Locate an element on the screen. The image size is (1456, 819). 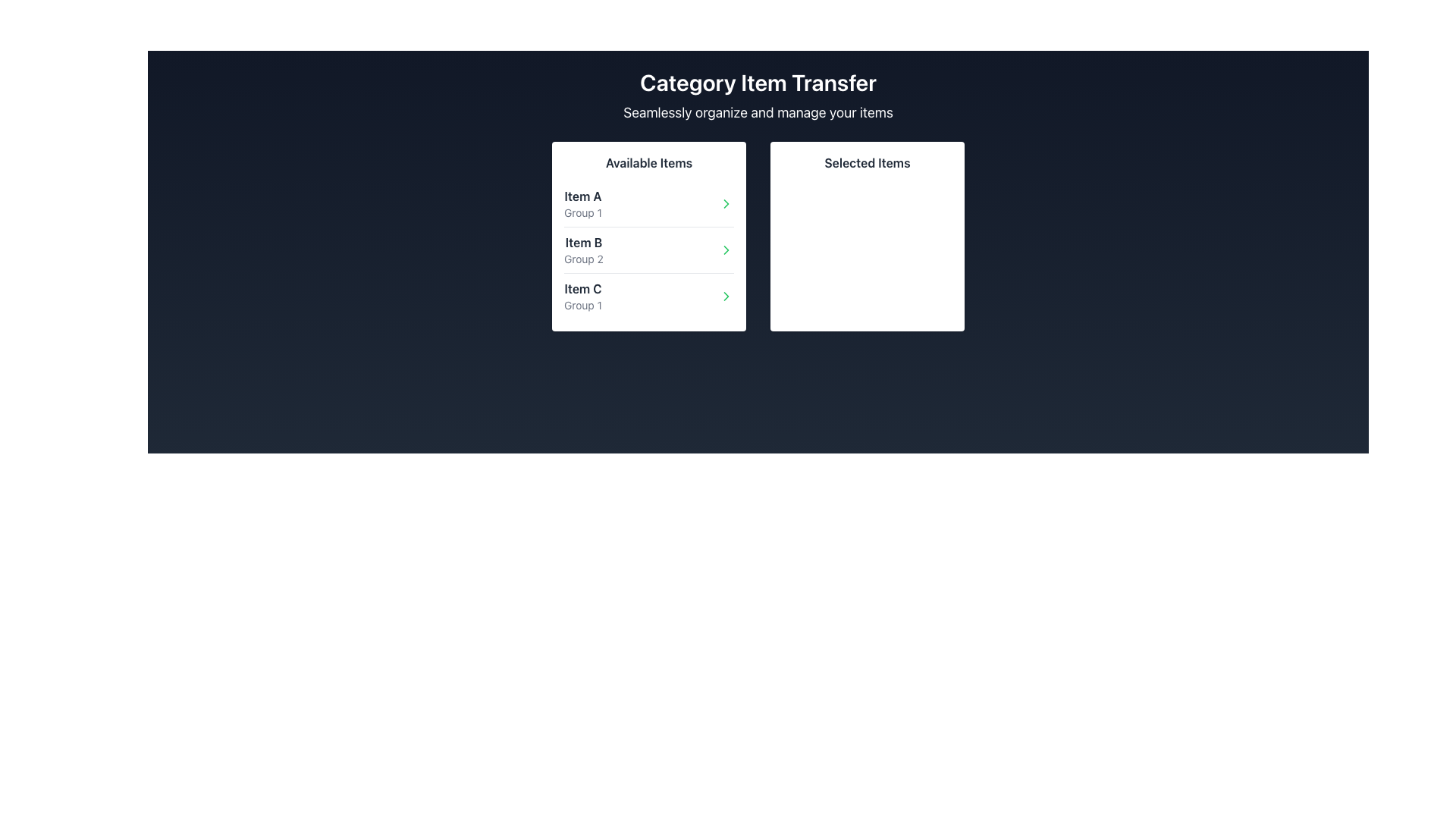
the Text Label that indicates items chosen by the user, located at the top of a white rectangular box on the right side of the layout is located at coordinates (867, 163).